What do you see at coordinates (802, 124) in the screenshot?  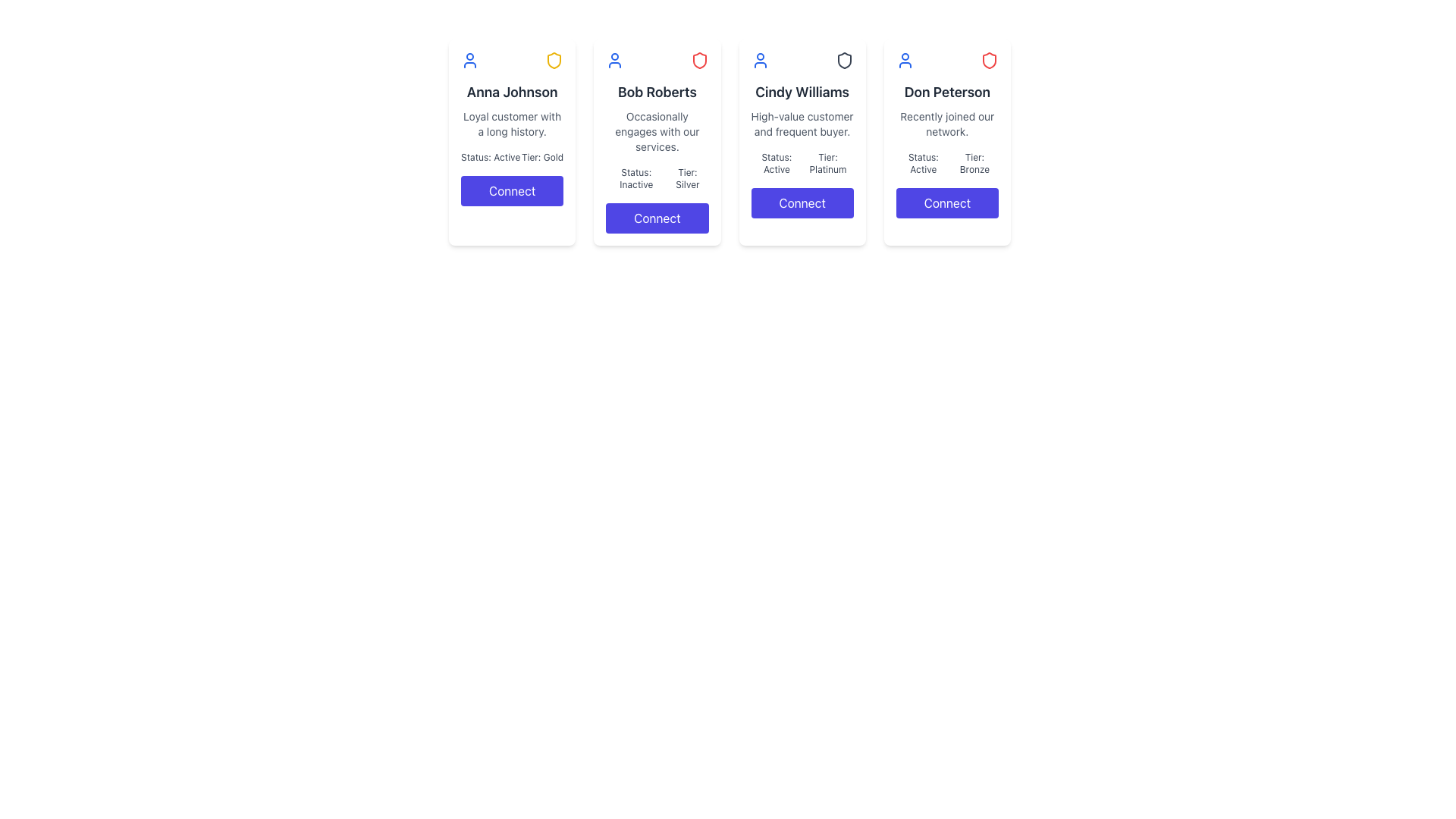 I see `the text block containing 'High-value customer and frequent buyer.' which is styled in gray font and located under the heading 'Cindy Williams' in the card interface` at bounding box center [802, 124].